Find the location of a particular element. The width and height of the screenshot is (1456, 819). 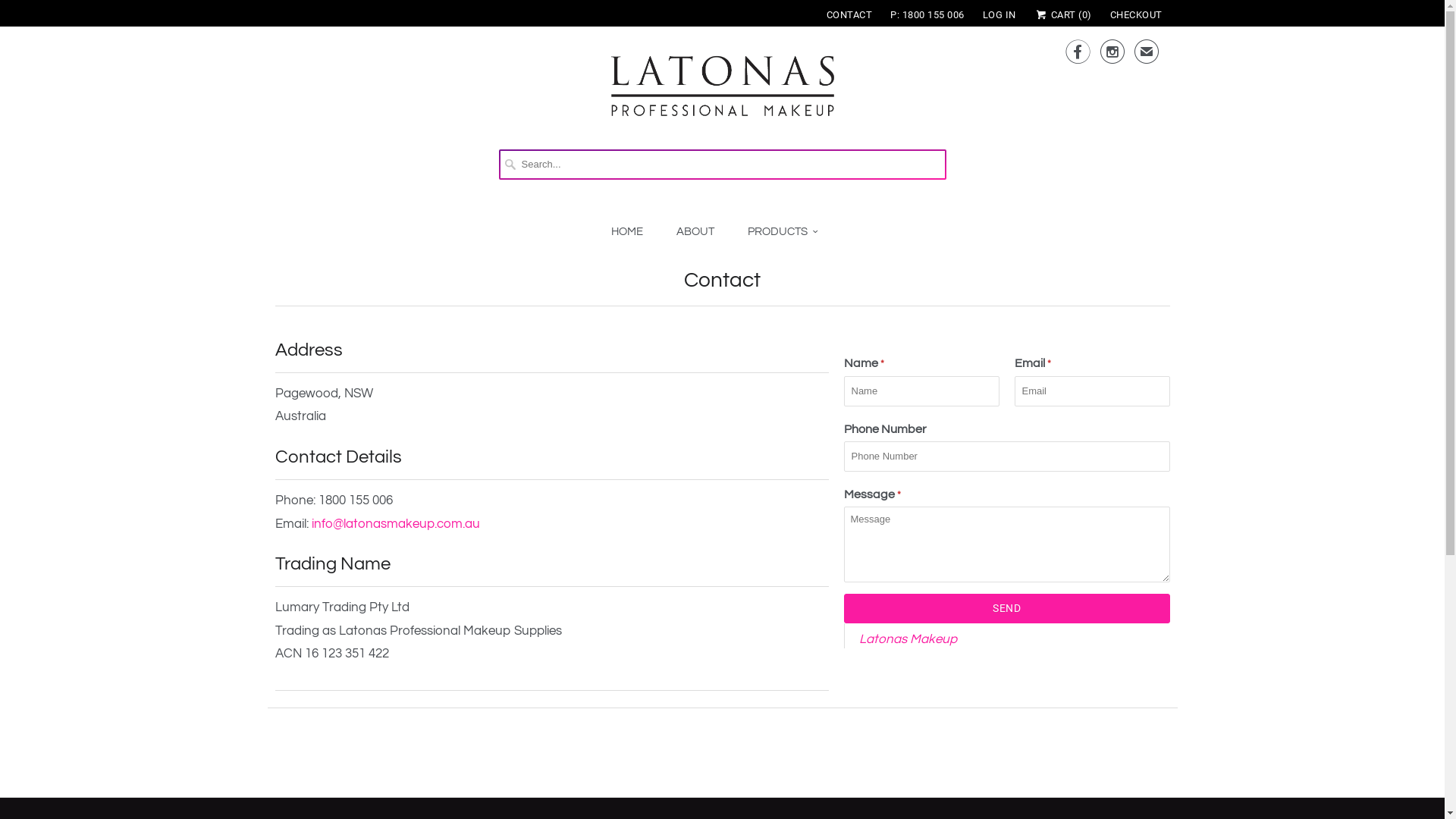

'CHECKOUT' is located at coordinates (1136, 14).